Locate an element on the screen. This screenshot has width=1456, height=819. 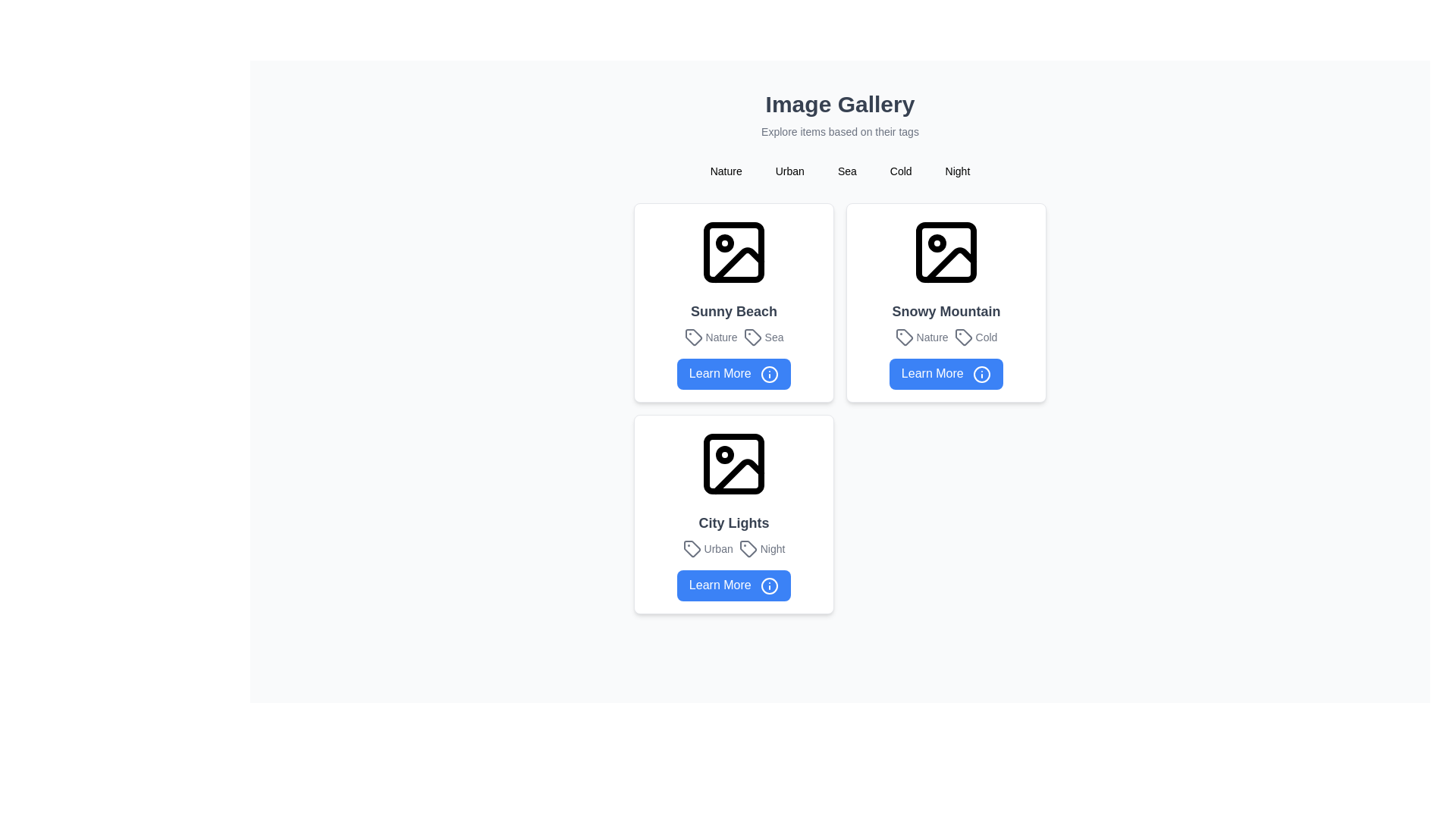
the 'Cold' category icon representing the 'Snowy Mountain' item is located at coordinates (962, 336).